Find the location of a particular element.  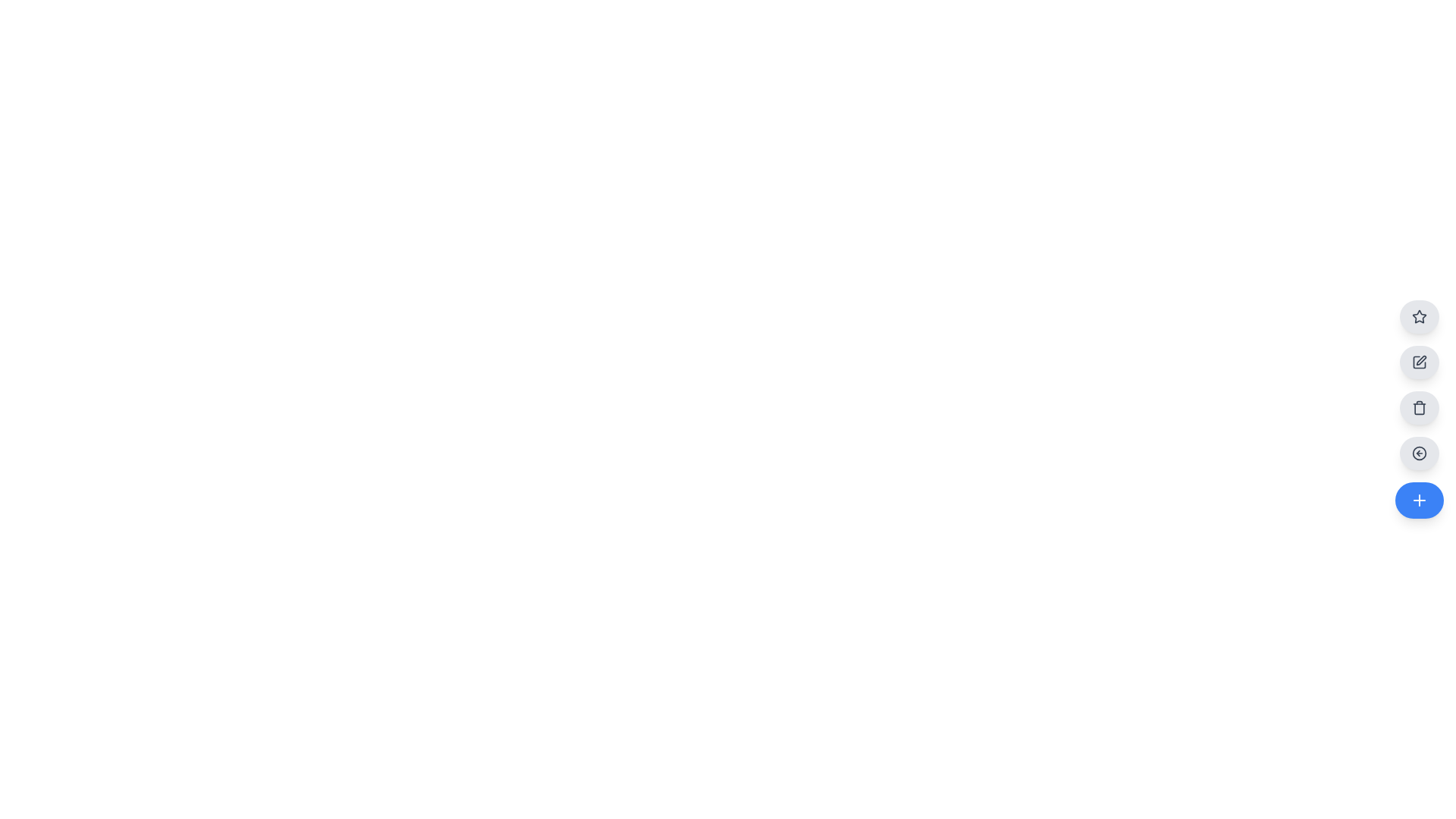

the 'Back' button located in the vertical list of buttons along the right-center edge of the interface, specifically the fourth button below 'Delete' and above 'Add', for keyboard interaction is located at coordinates (1419, 452).